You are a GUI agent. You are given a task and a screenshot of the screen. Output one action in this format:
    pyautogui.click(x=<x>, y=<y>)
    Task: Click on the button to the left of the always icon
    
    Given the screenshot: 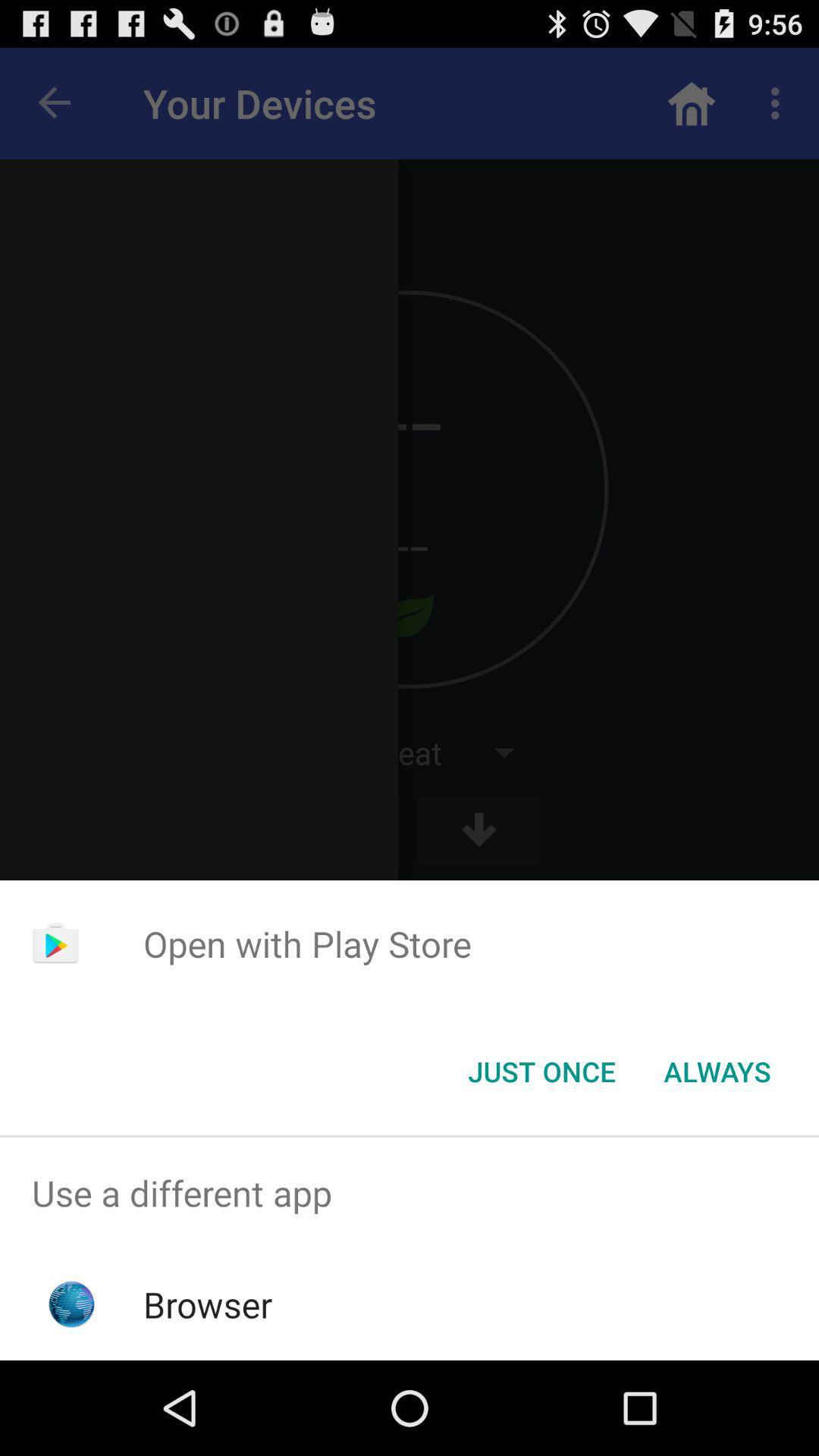 What is the action you would take?
    pyautogui.click(x=541, y=1070)
    